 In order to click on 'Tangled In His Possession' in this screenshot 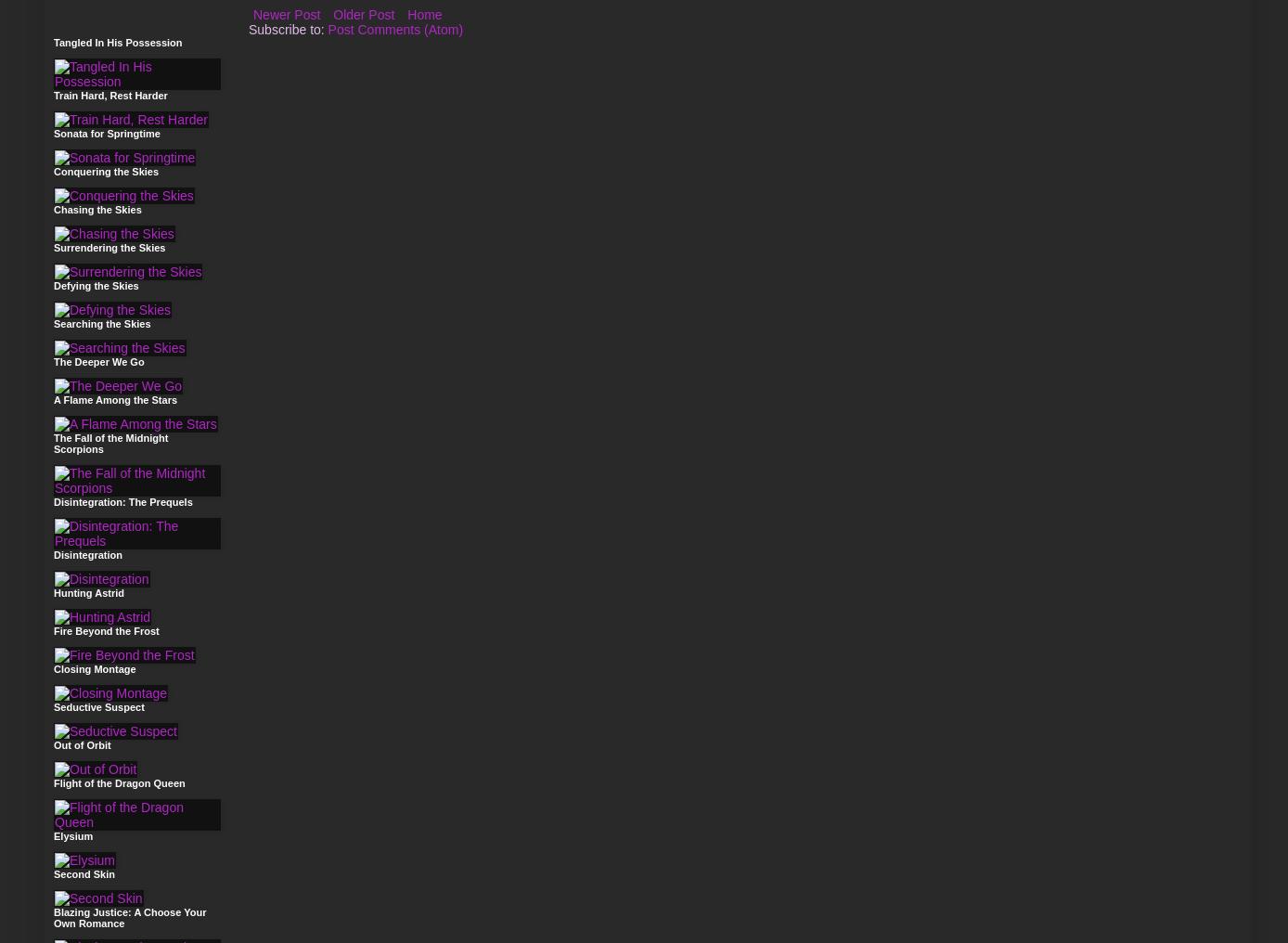, I will do `click(118, 42)`.